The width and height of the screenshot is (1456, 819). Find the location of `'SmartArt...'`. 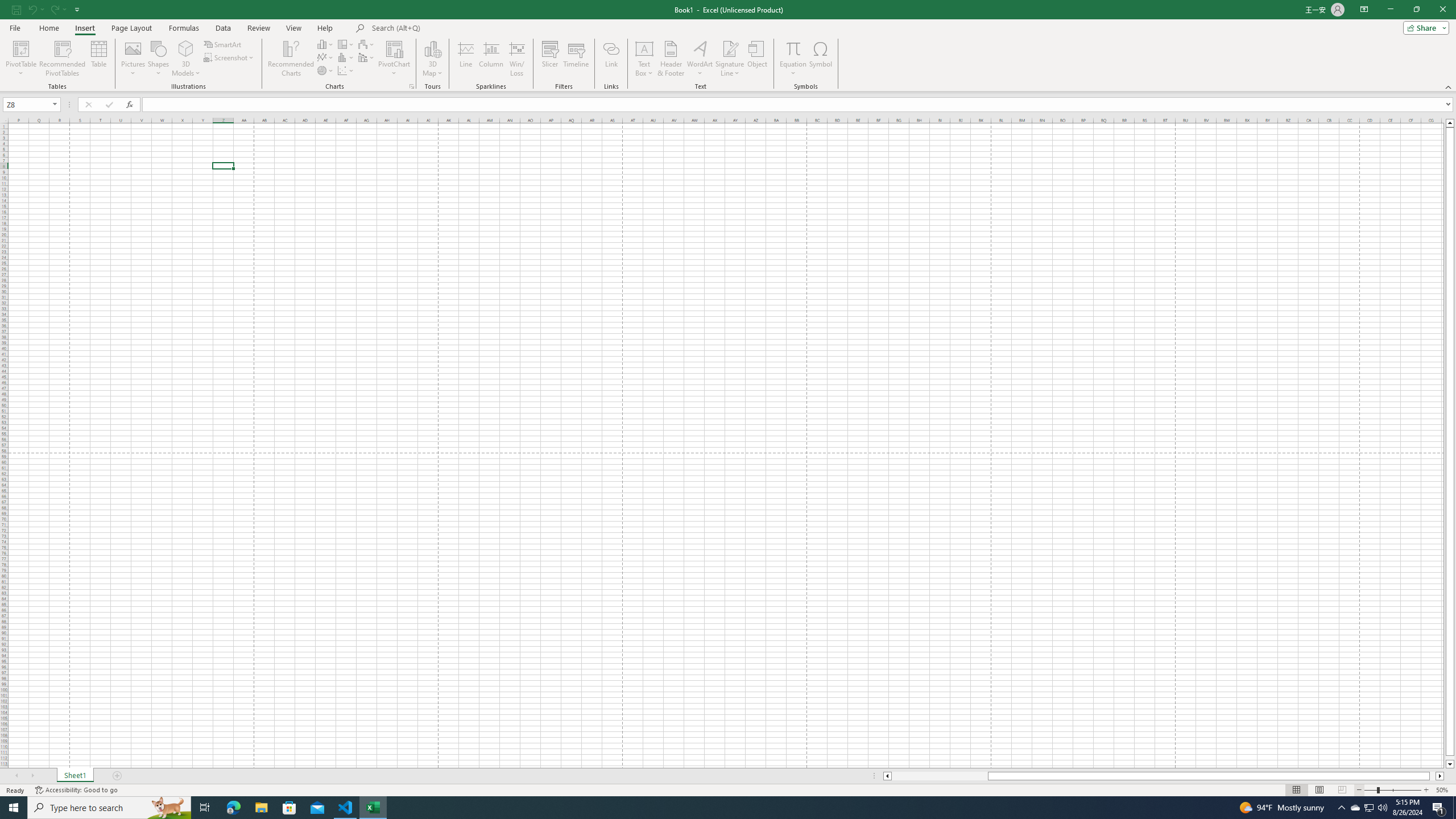

'SmartArt...' is located at coordinates (222, 44).